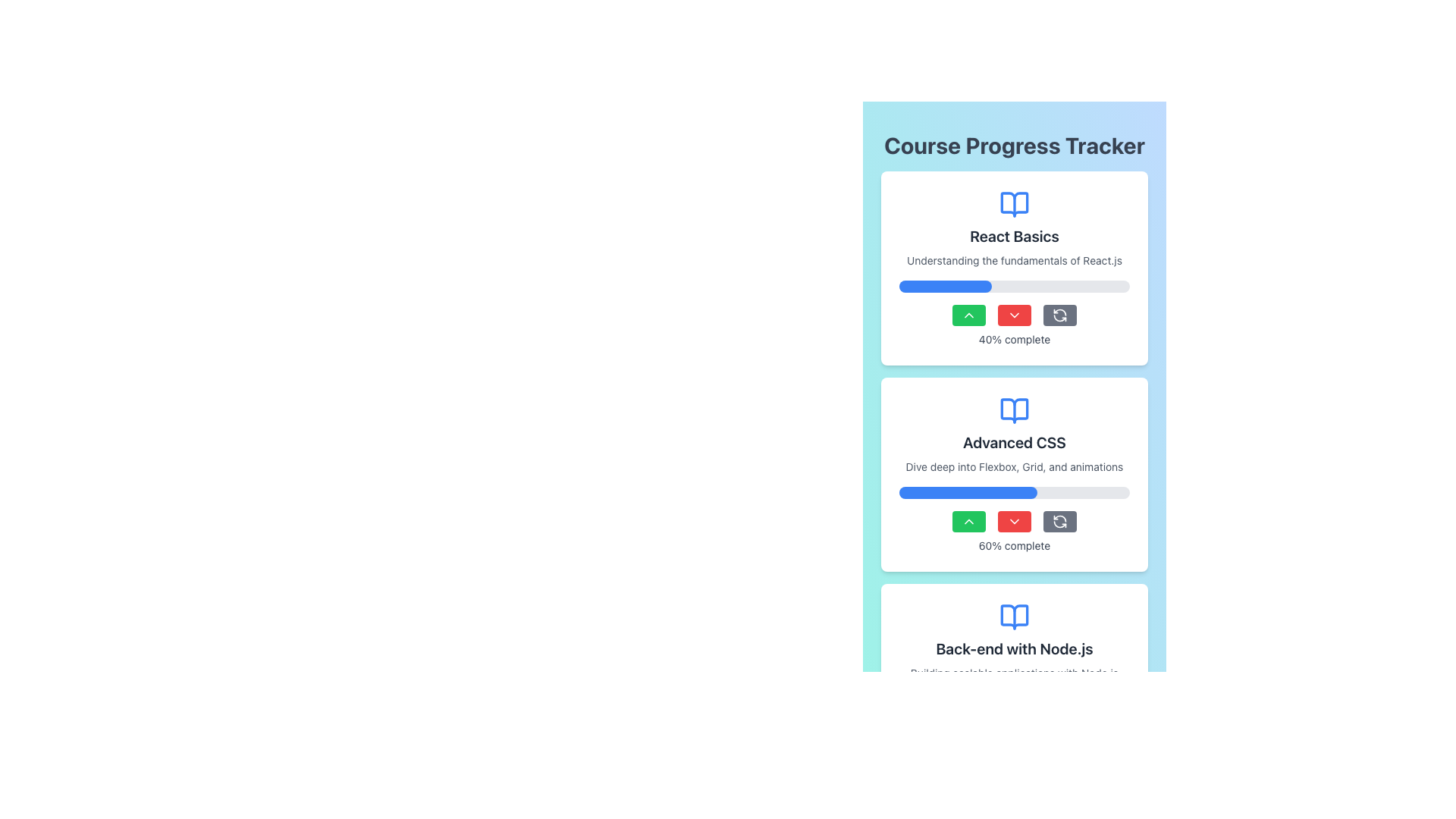 The image size is (1456, 819). What do you see at coordinates (1059, 315) in the screenshot?
I see `the gray refresh button with a white icon resembling two circular arrows at the rightmost side of the button group below the progress bar in the 'React Basics' course card` at bounding box center [1059, 315].